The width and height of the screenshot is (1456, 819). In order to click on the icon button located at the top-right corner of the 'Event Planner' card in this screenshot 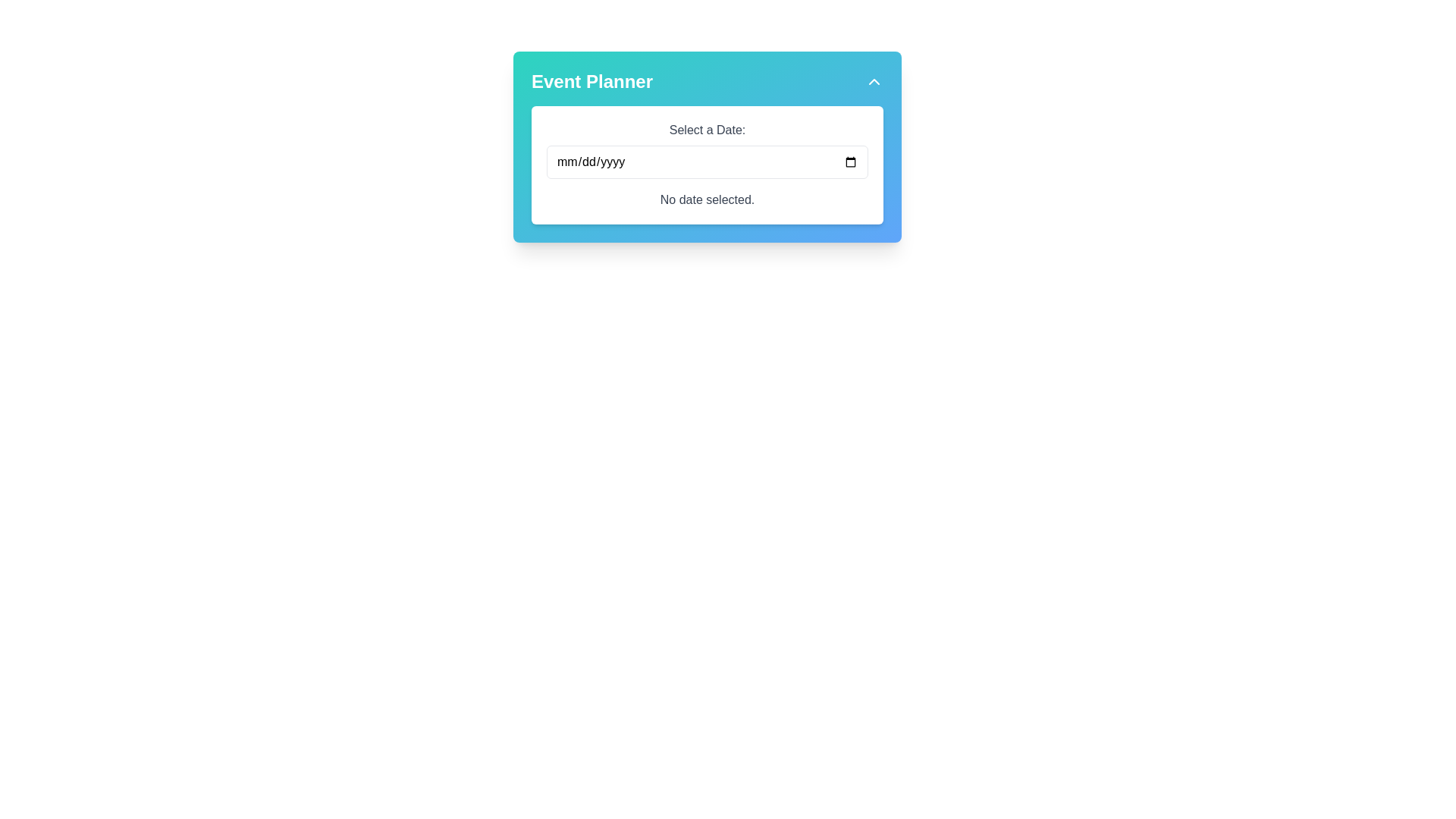, I will do `click(874, 82)`.